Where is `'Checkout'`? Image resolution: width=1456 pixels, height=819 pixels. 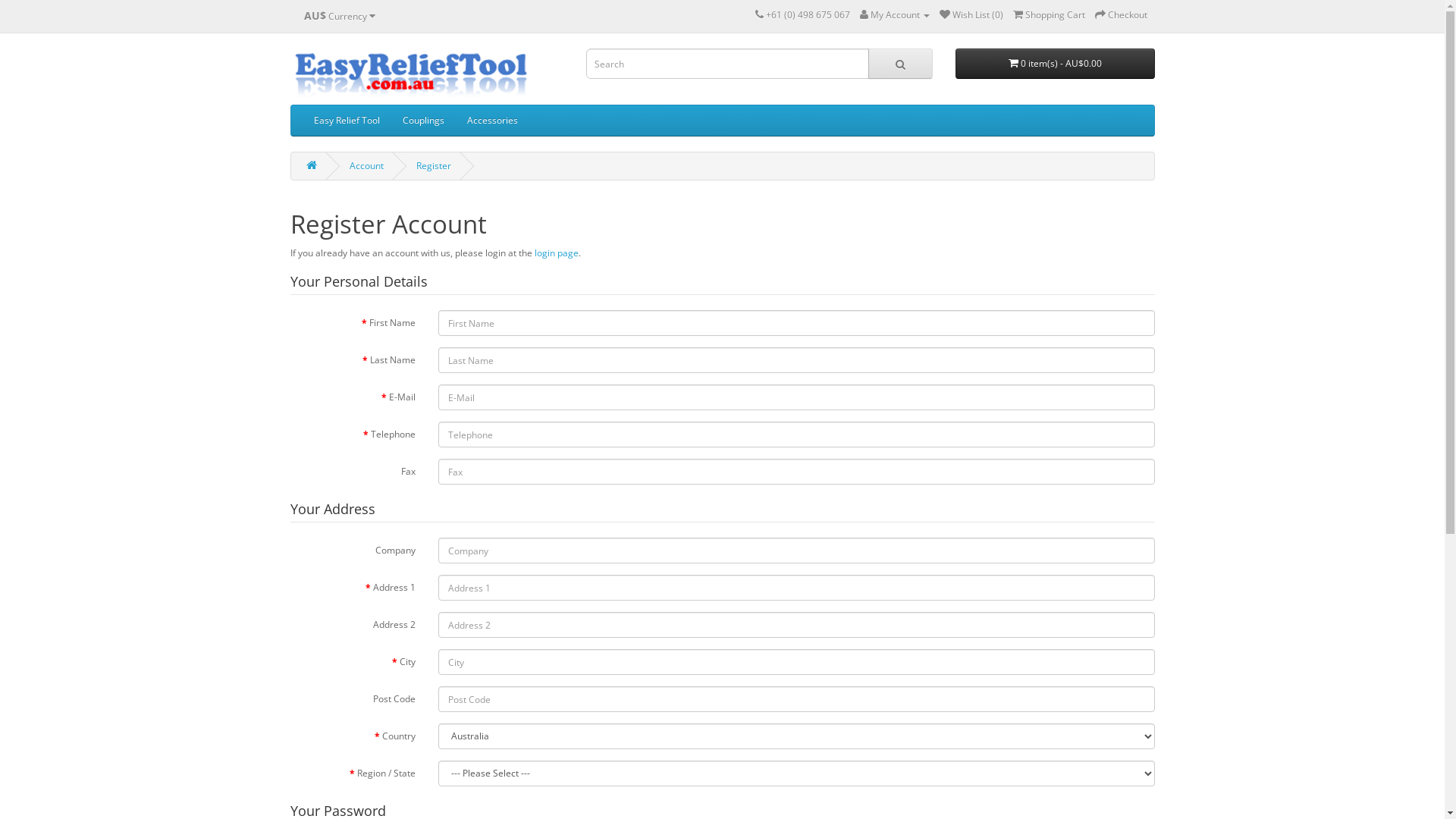
'Checkout' is located at coordinates (1121, 14).